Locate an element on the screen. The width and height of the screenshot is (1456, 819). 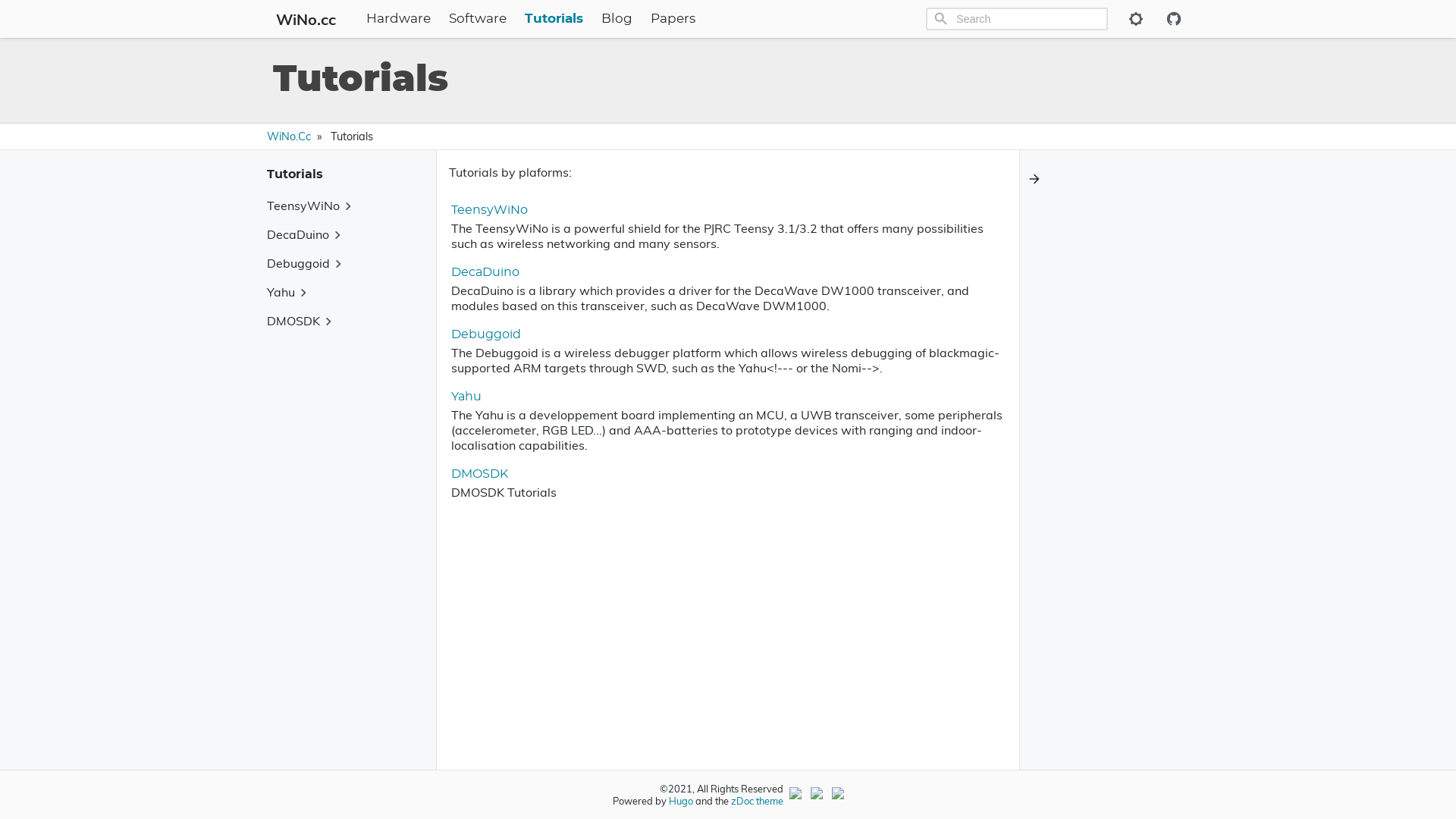
'Hugo' is located at coordinates (679, 800).